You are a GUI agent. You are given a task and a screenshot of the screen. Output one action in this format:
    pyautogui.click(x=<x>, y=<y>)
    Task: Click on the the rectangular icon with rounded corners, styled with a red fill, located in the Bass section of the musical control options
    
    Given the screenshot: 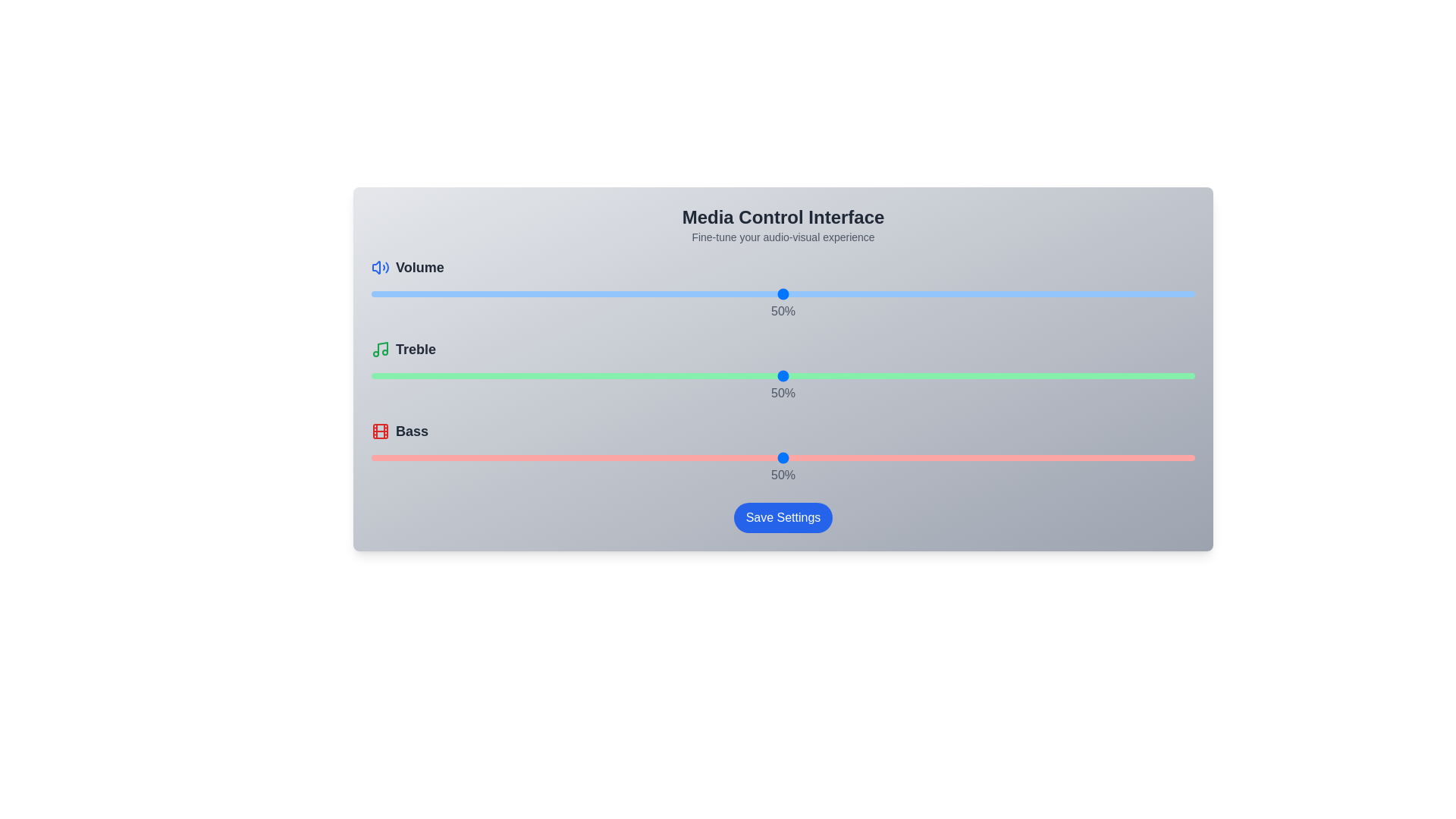 What is the action you would take?
    pyautogui.click(x=381, y=431)
    